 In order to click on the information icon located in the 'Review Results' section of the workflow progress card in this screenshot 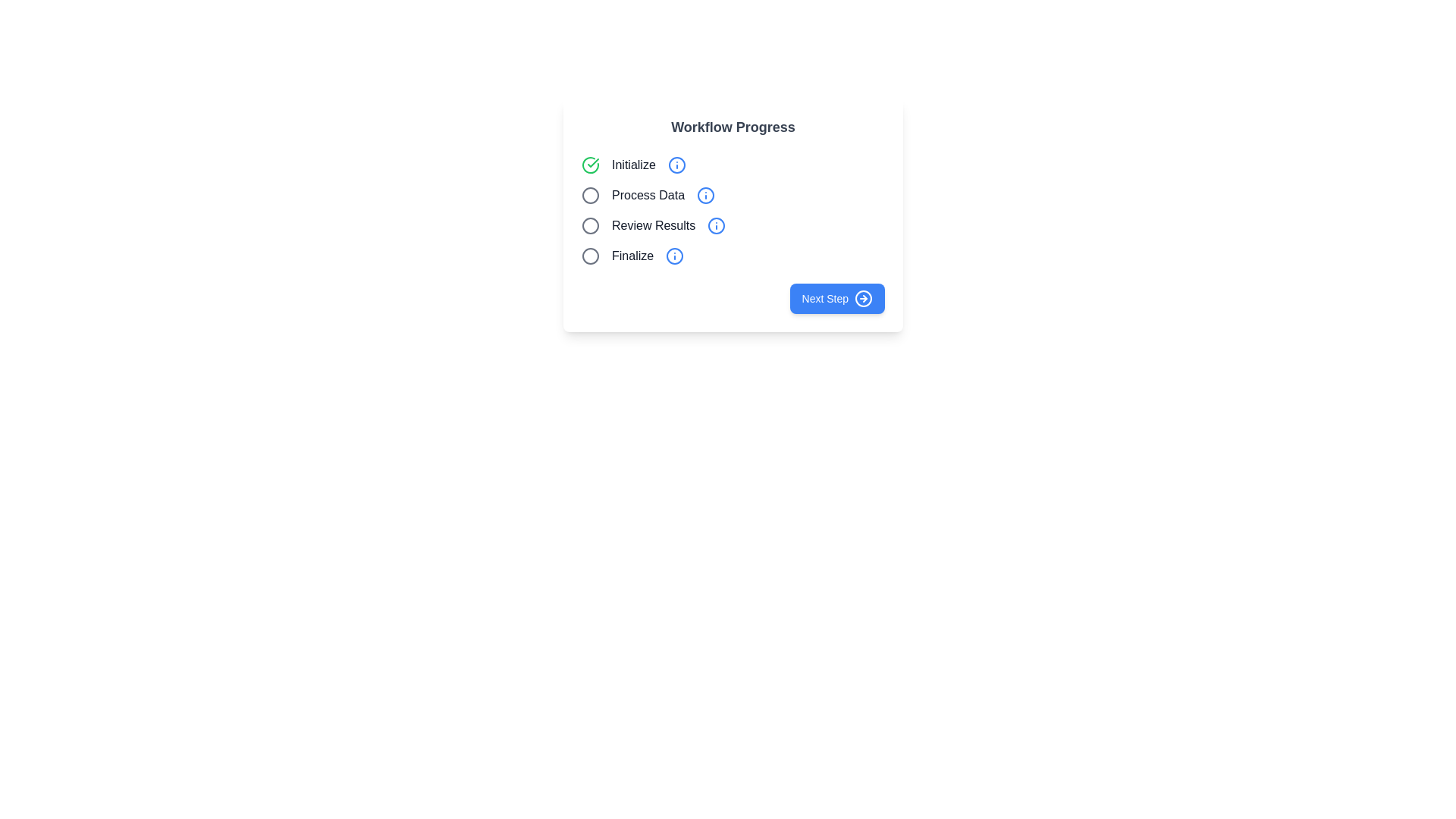, I will do `click(716, 225)`.